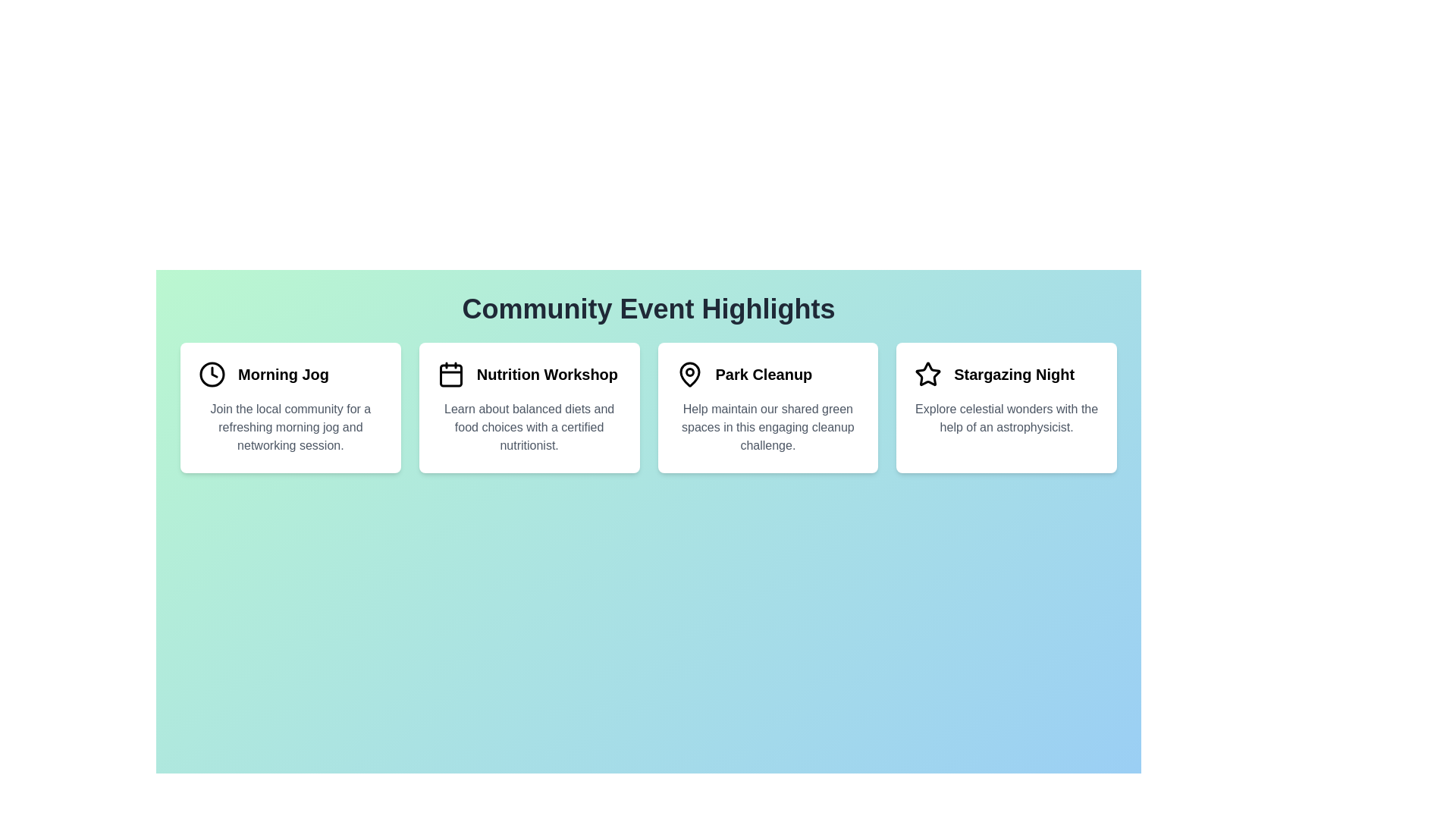 Image resolution: width=1456 pixels, height=819 pixels. I want to click on the text label with the title 'Park Cleanup', which is the header of the third card in the layout, so click(767, 374).